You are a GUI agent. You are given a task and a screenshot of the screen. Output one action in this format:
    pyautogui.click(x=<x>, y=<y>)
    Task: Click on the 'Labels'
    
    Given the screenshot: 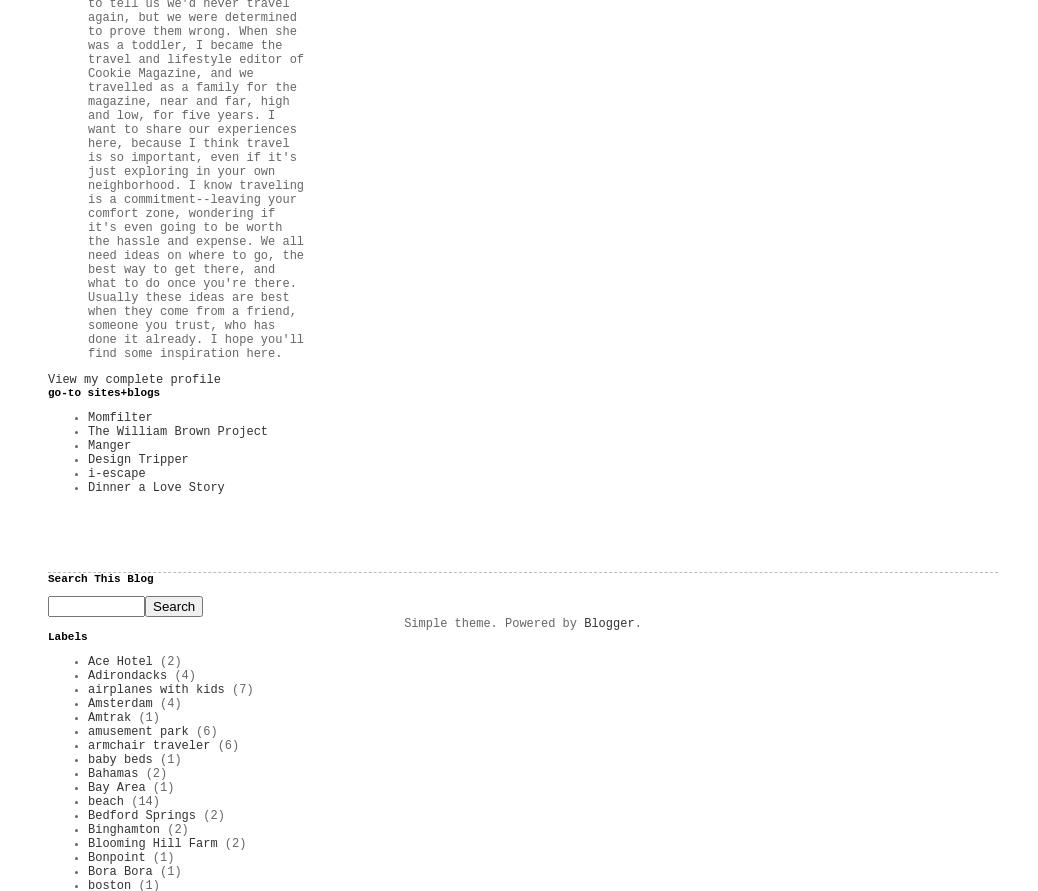 What is the action you would take?
    pyautogui.click(x=66, y=635)
    